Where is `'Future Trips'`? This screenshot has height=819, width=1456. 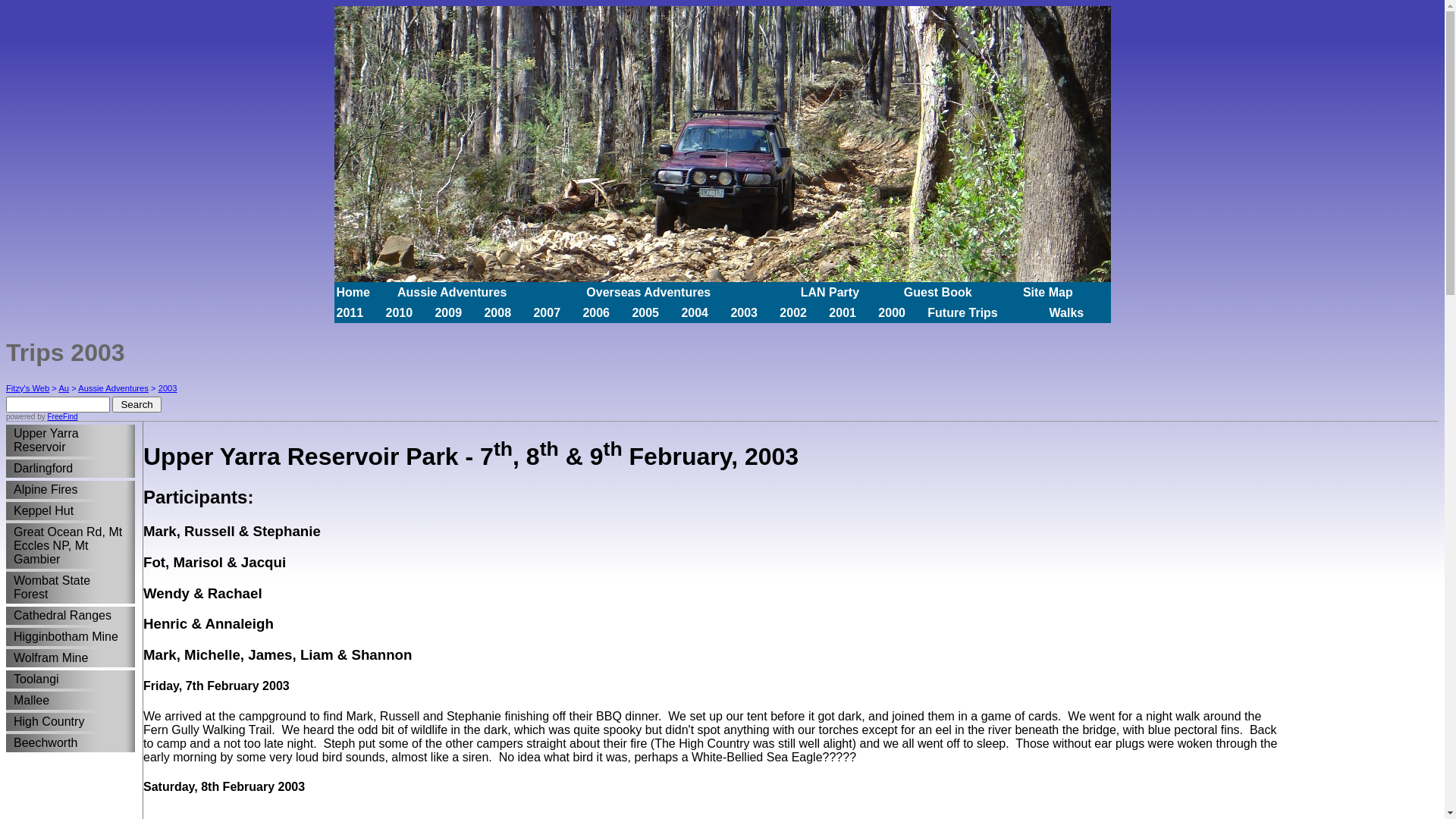 'Future Trips' is located at coordinates (961, 312).